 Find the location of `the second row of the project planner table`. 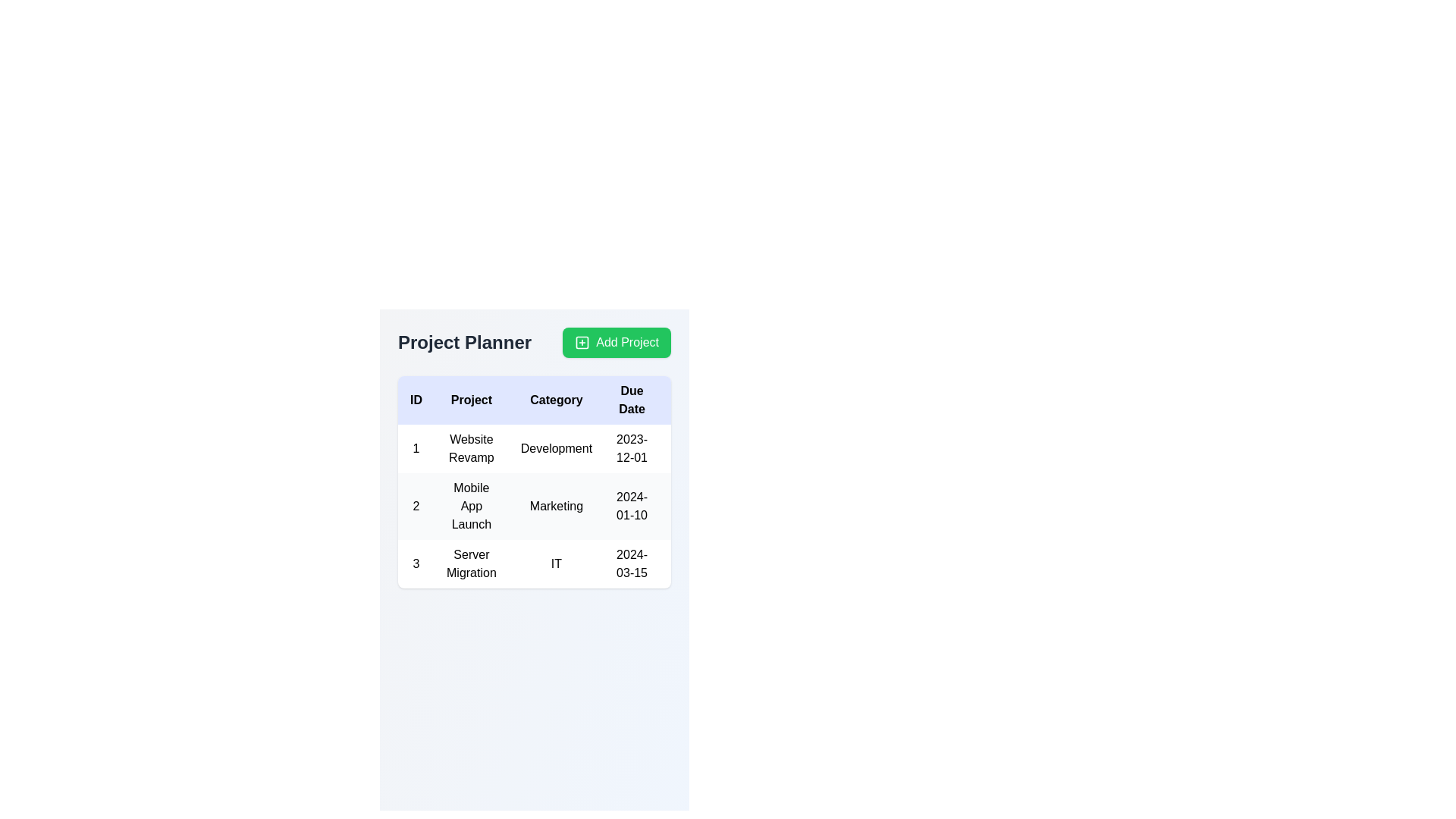

the second row of the project planner table is located at coordinates (615, 506).